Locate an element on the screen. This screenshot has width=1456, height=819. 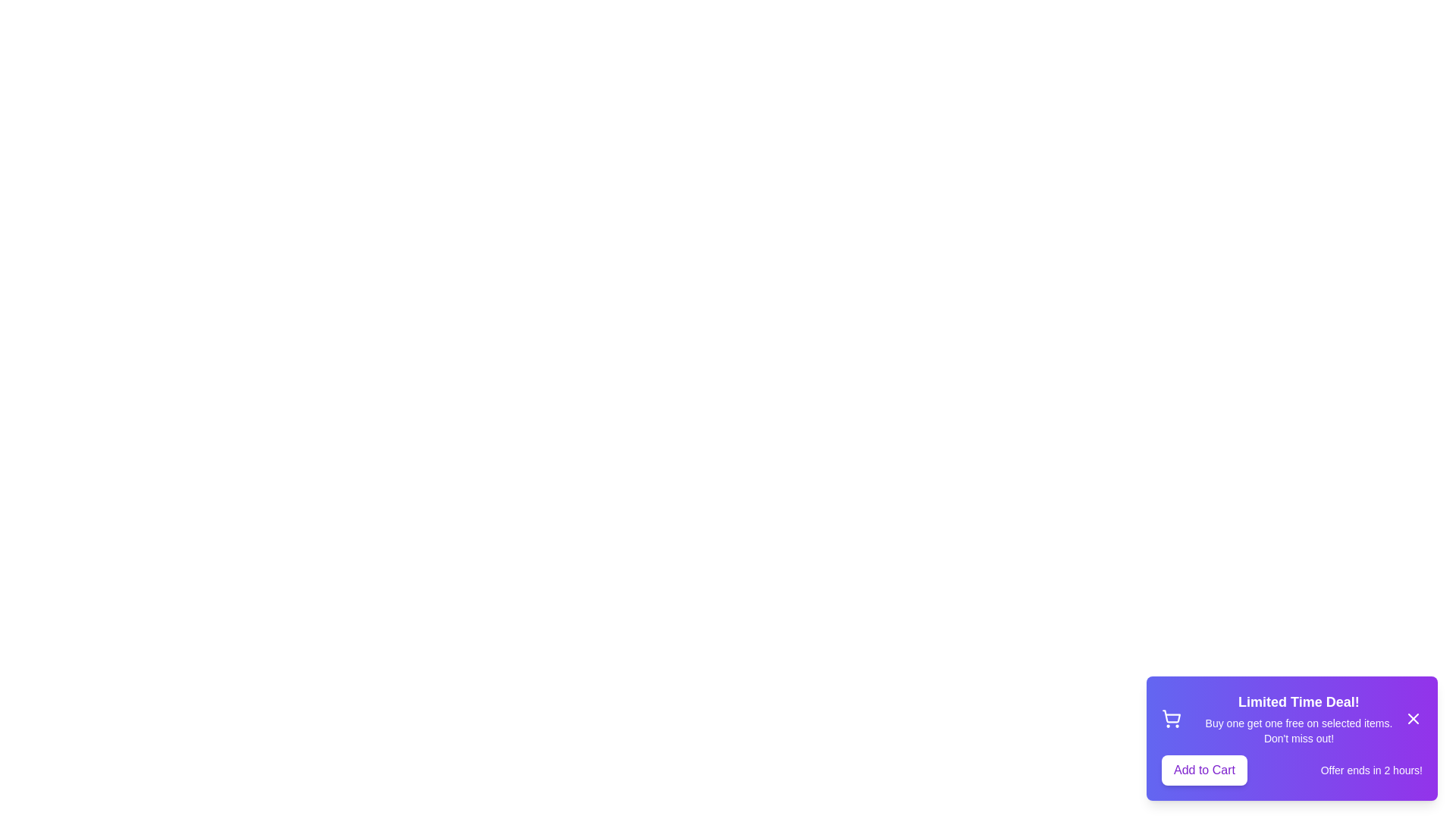
the text content of the promotional snackbar for copying is located at coordinates (1291, 738).